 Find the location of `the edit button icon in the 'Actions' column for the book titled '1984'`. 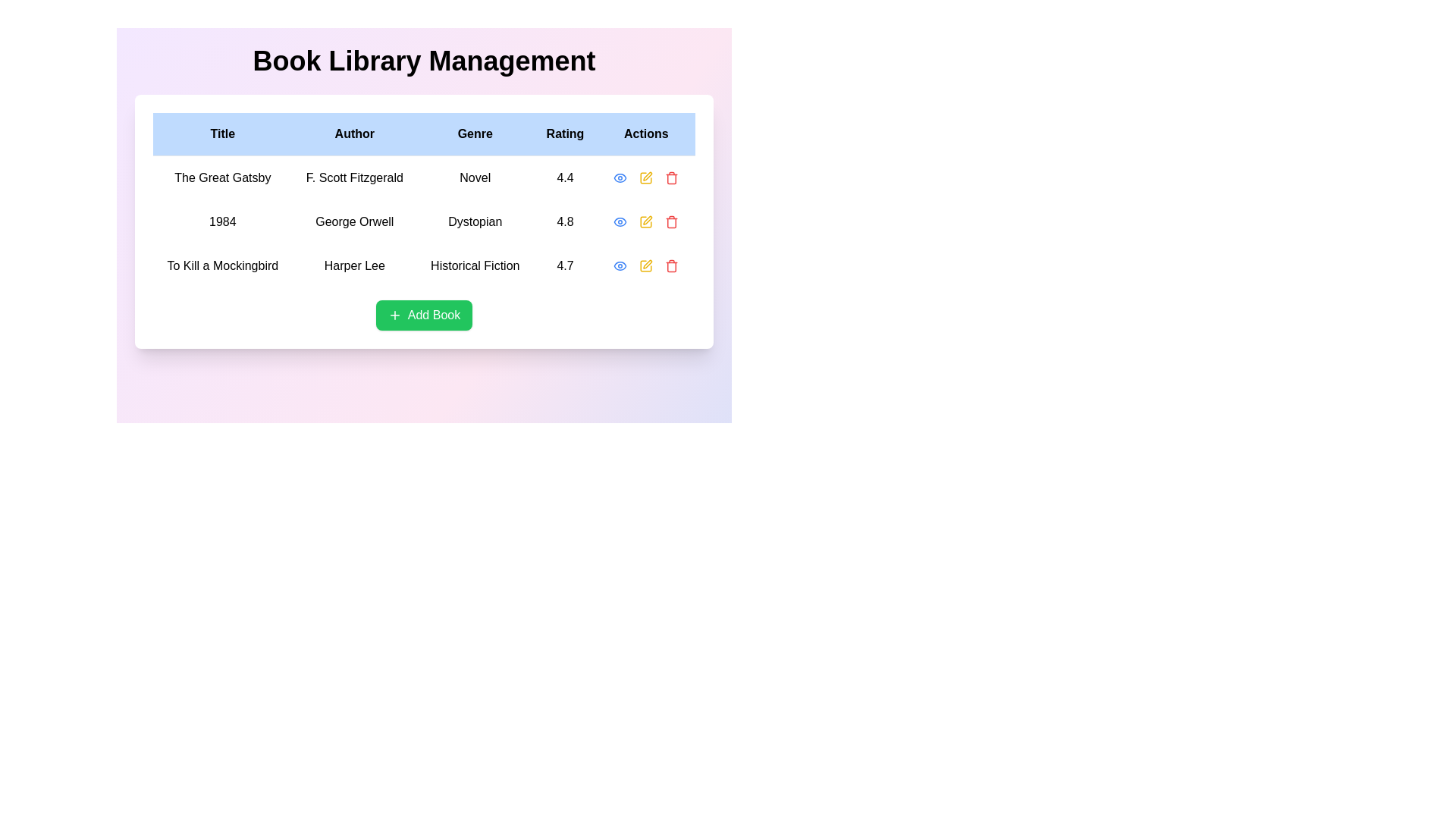

the edit button icon in the 'Actions' column for the book titled '1984' is located at coordinates (646, 222).